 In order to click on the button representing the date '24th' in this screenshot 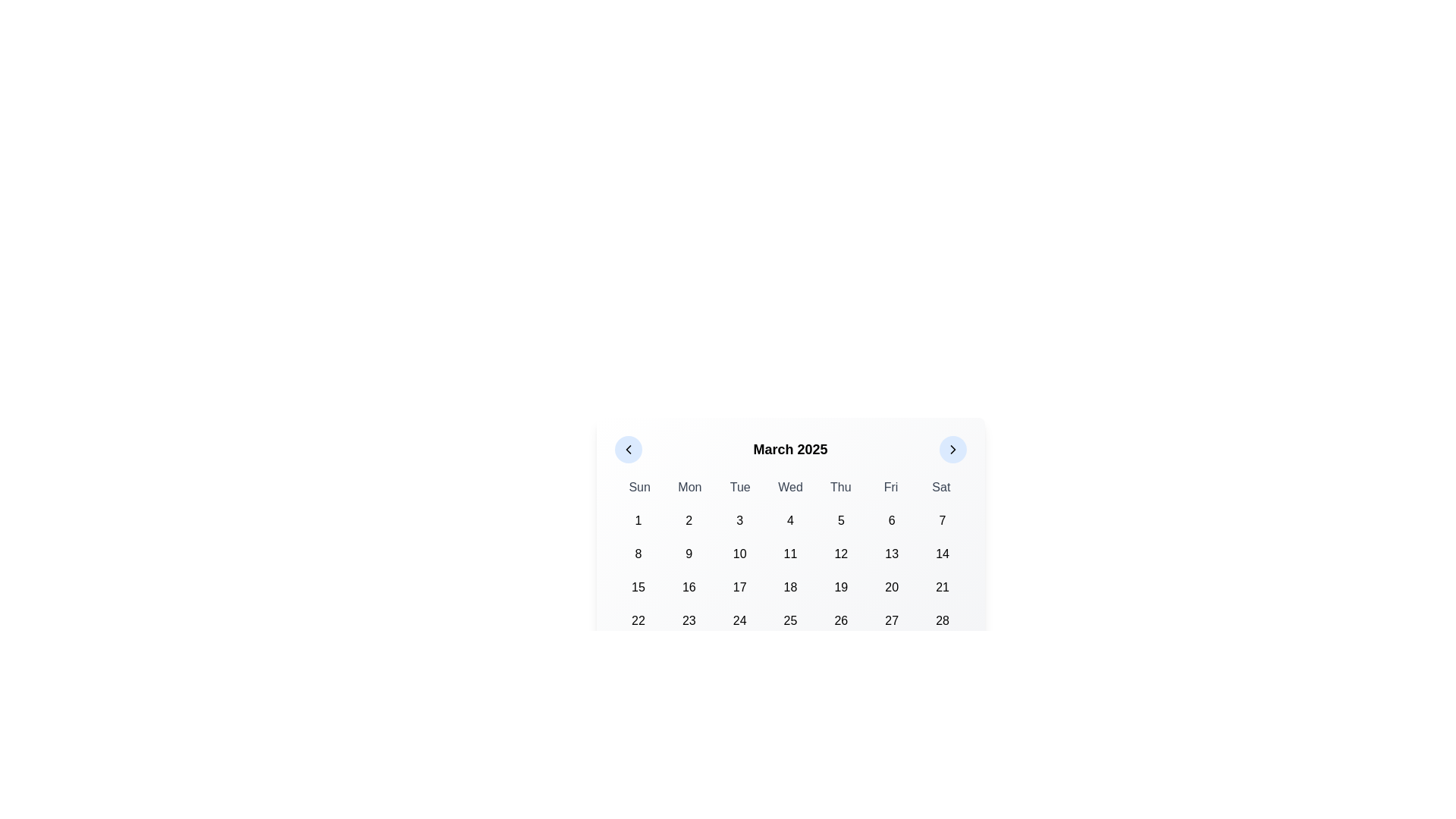, I will do `click(739, 620)`.